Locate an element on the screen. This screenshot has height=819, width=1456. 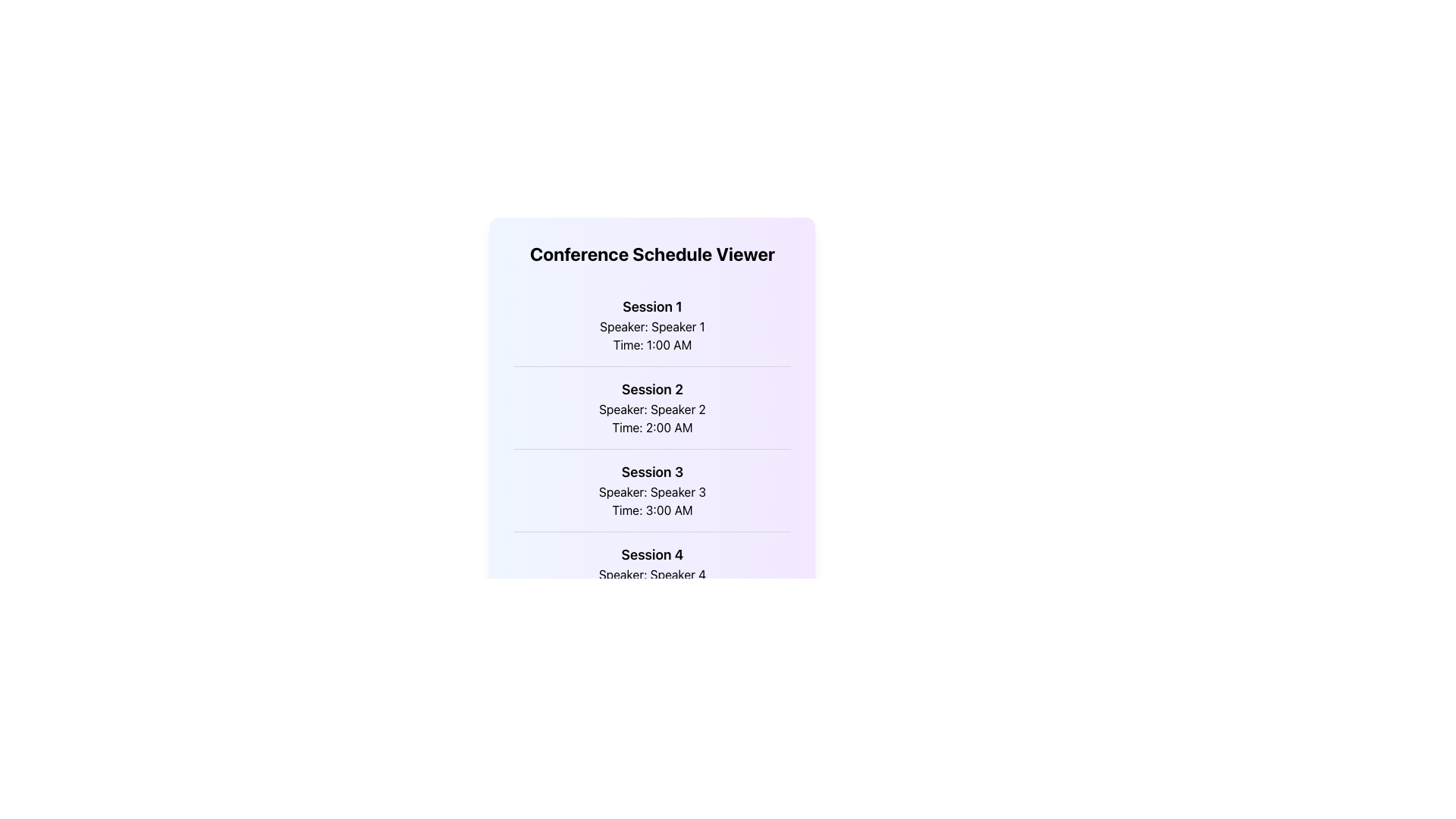
text from the first session item in the list, which contains 'Session 1', 'Speaker: Speaker 1', and 'Time: 1:00 AM' is located at coordinates (652, 324).